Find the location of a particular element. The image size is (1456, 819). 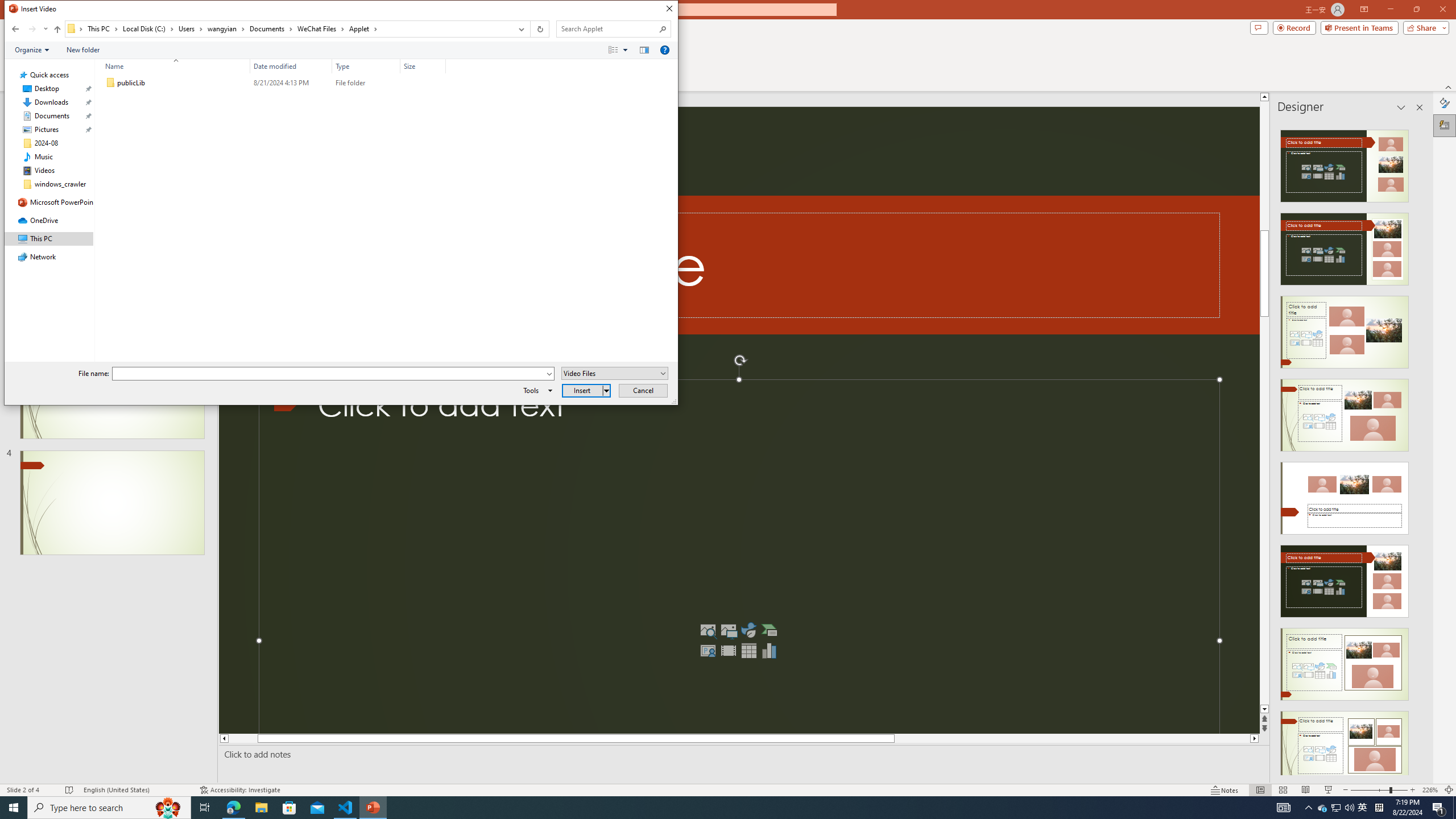

'Up band toolbar' is located at coordinates (57, 30).